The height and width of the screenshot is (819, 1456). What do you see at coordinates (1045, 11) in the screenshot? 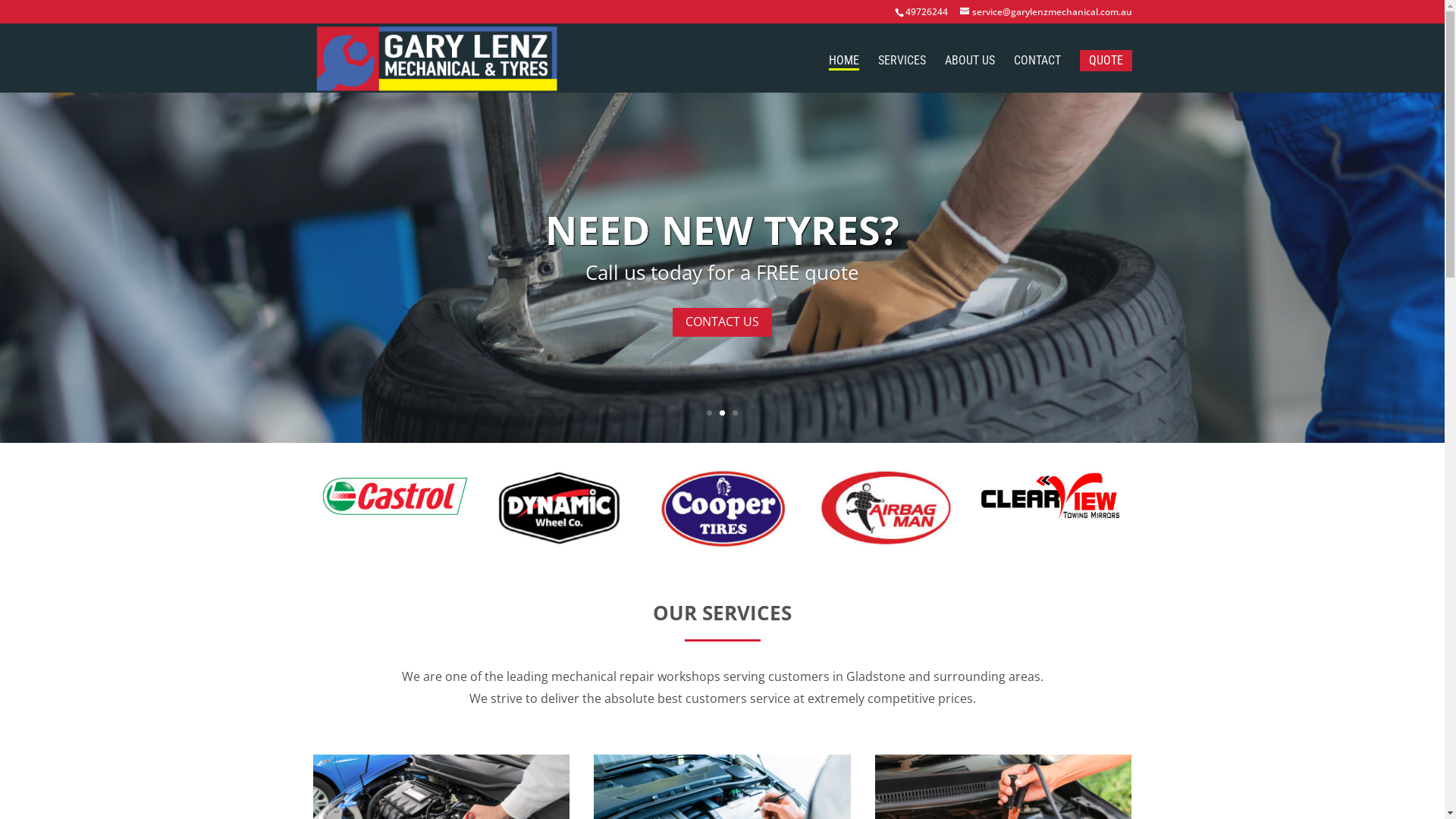
I see `'service@garylenzmechanical.com.au'` at bounding box center [1045, 11].